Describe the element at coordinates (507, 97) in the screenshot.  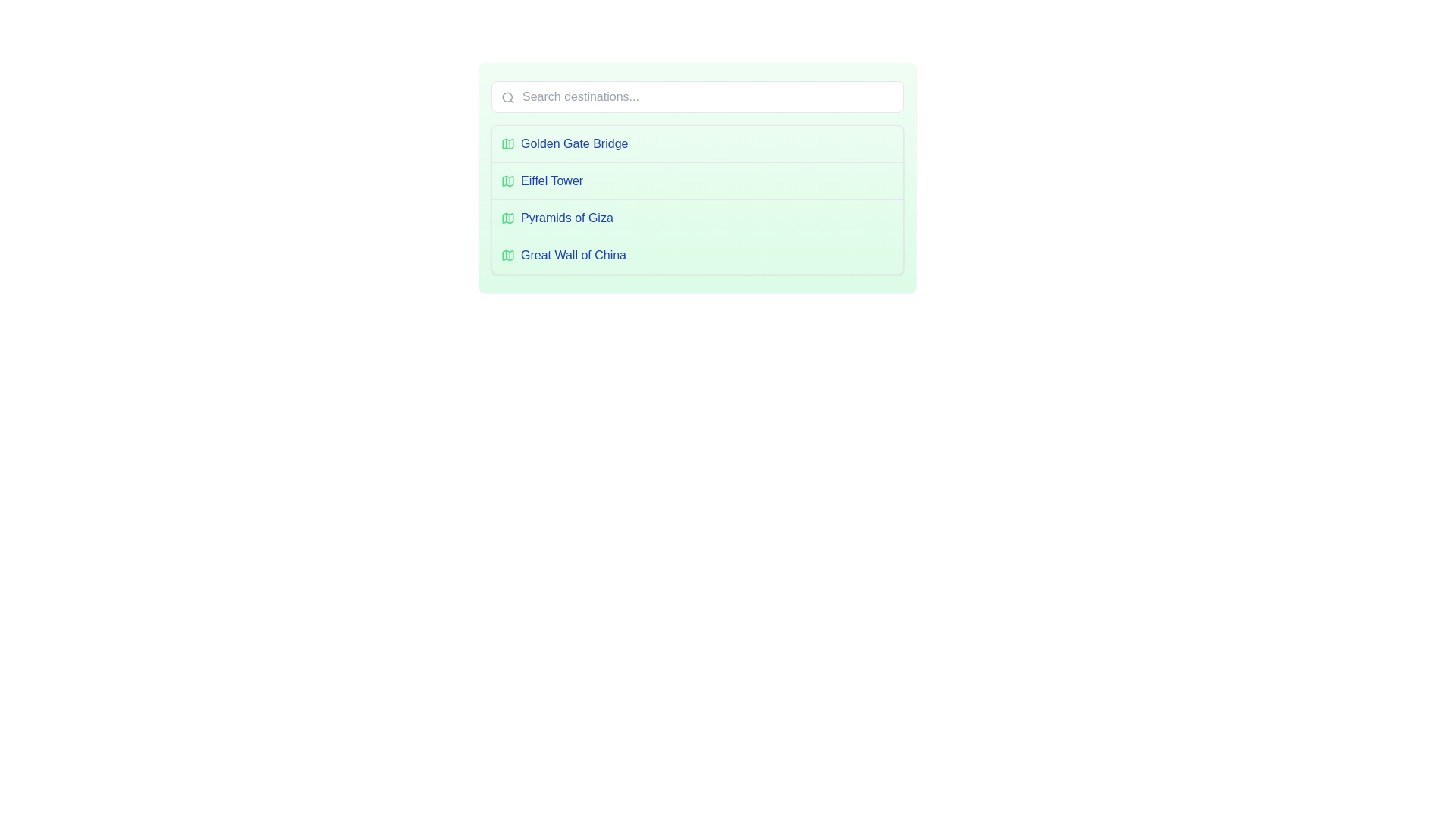
I see `the central circular part of the search icon, which is outlined with a thin stroke and located at the top-left corner of the search input field near the placeholder text 'Search destinations...'` at that location.